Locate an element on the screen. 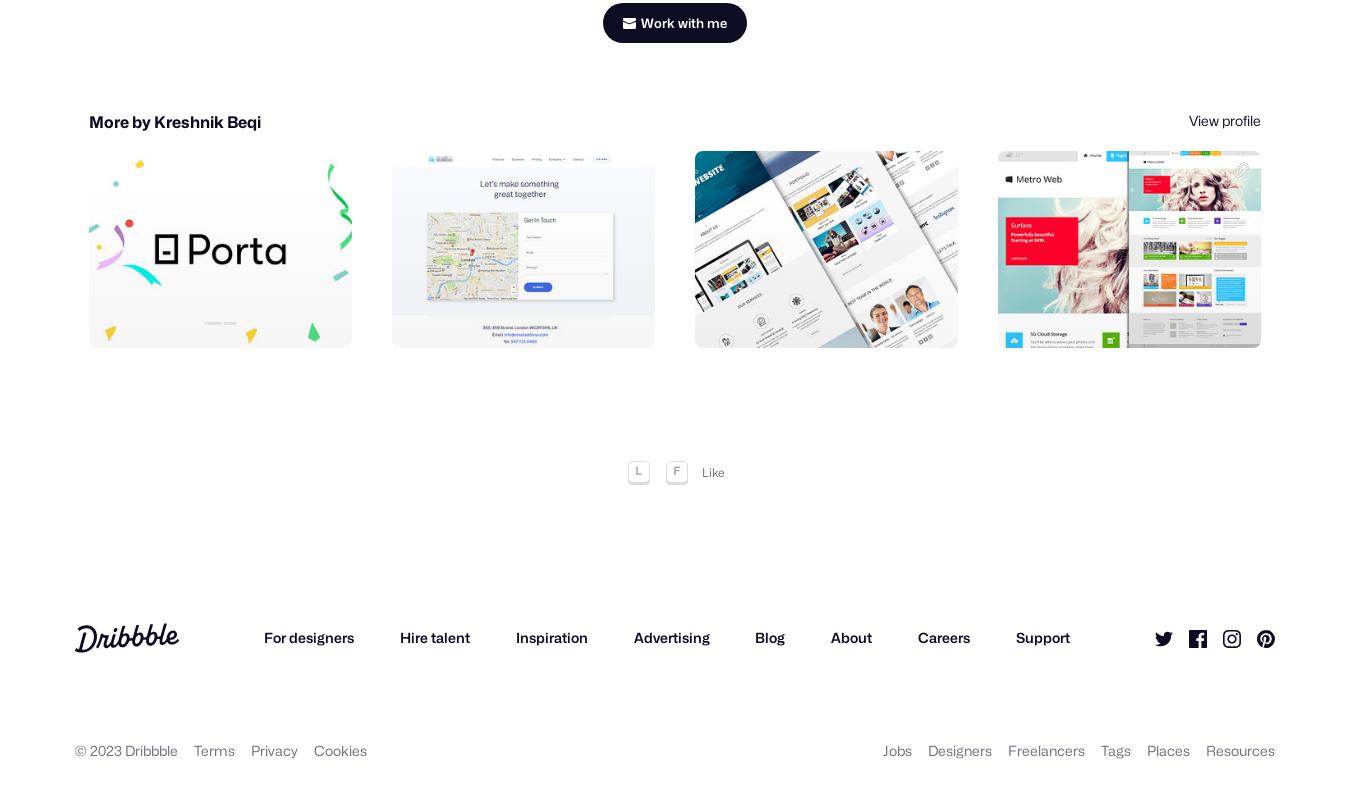 The image size is (1350, 809). 'Work with me' is located at coordinates (683, 8).